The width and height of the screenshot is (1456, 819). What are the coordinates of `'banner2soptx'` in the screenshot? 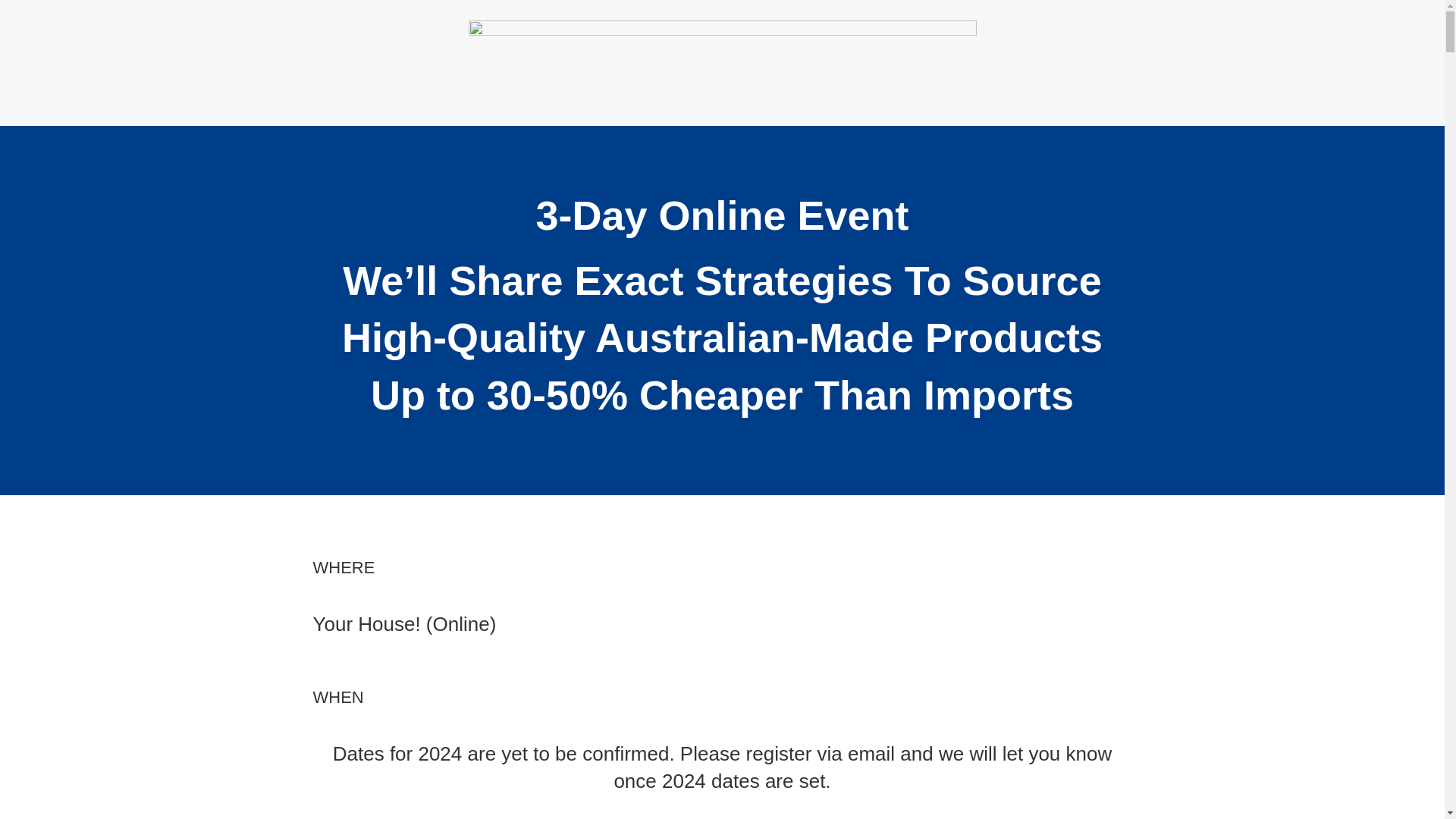 It's located at (722, 73).